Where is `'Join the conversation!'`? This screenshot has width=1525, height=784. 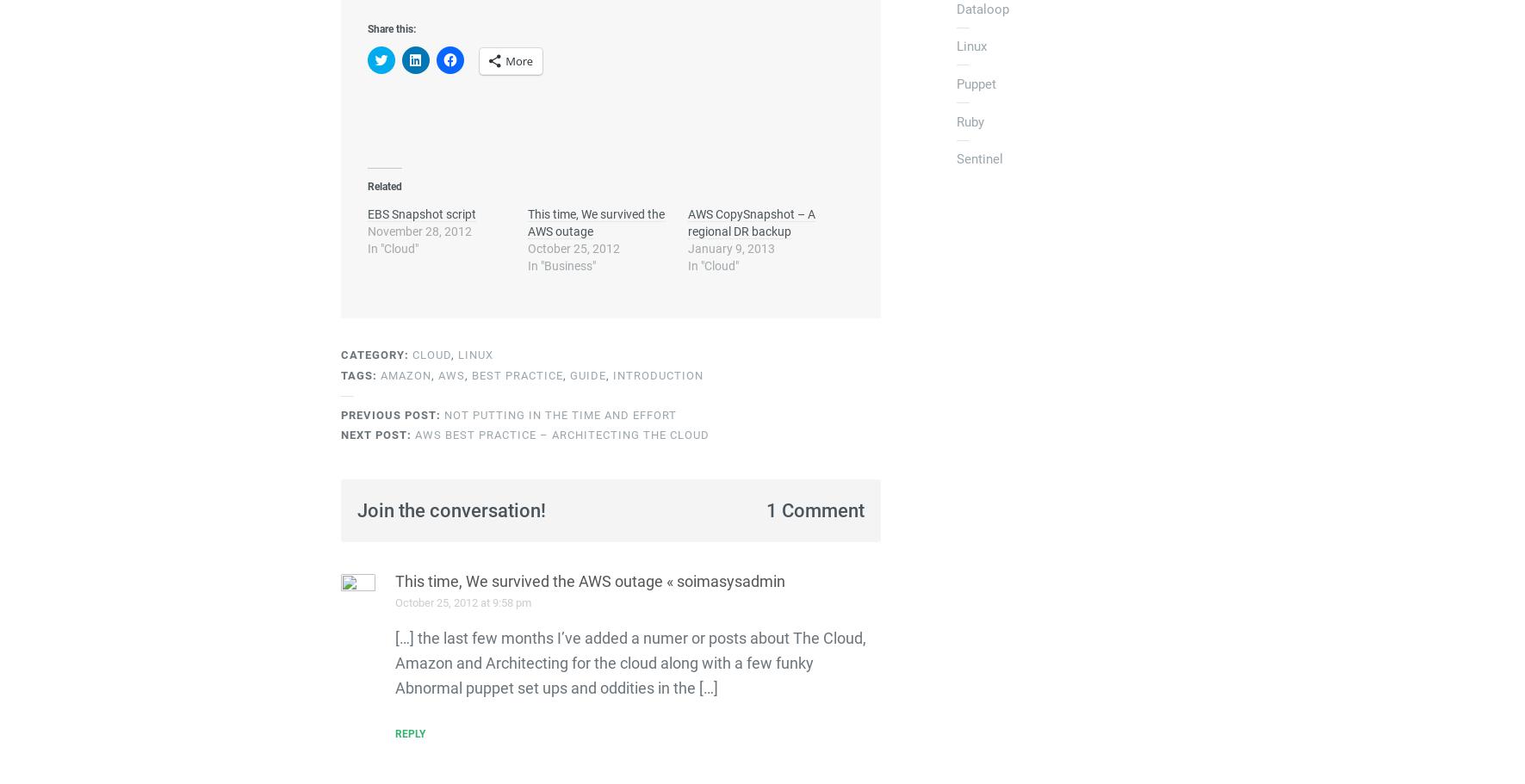
'Join the conversation!' is located at coordinates (449, 509).